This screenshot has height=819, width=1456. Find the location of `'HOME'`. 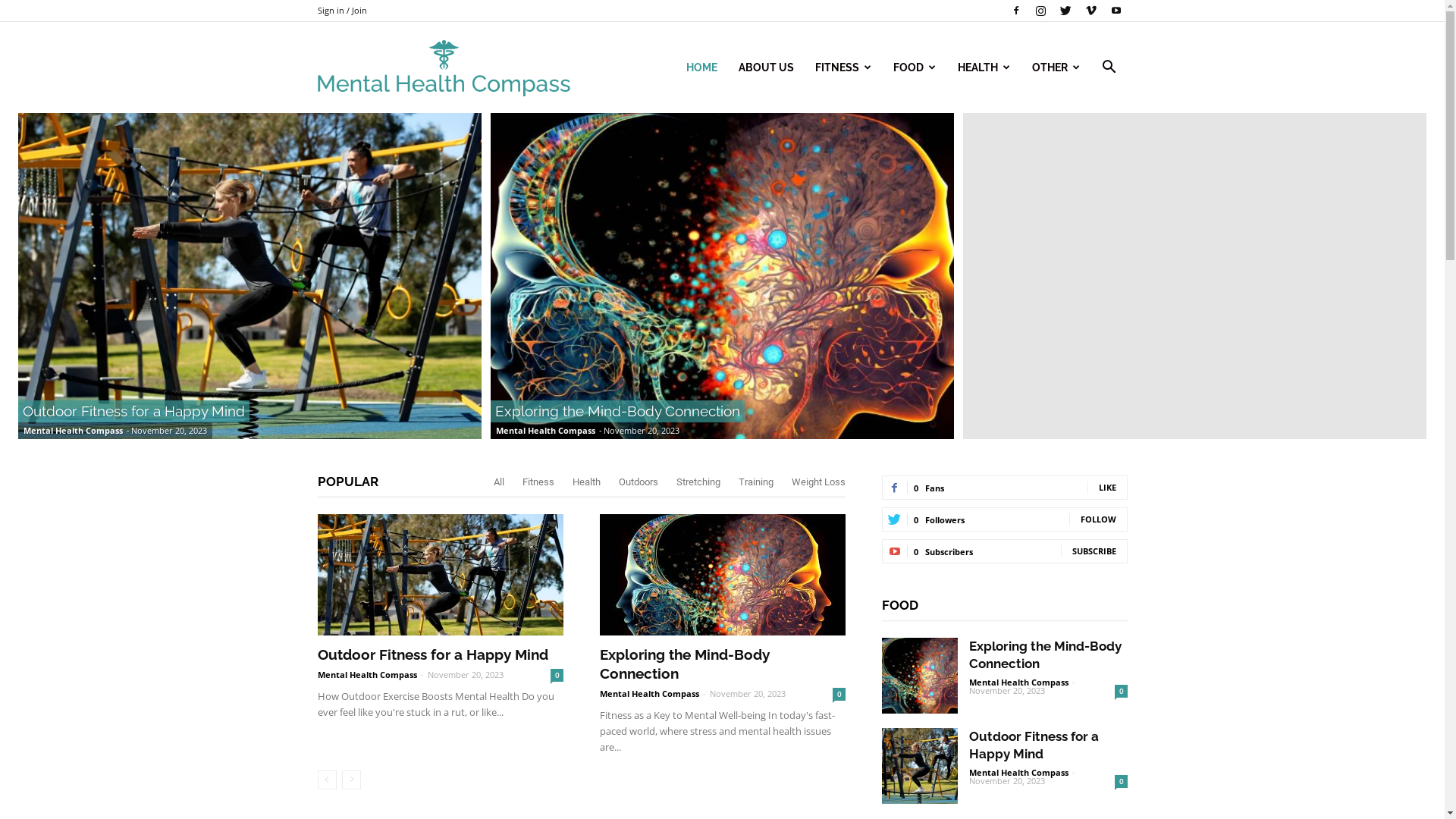

'HOME' is located at coordinates (700, 66).